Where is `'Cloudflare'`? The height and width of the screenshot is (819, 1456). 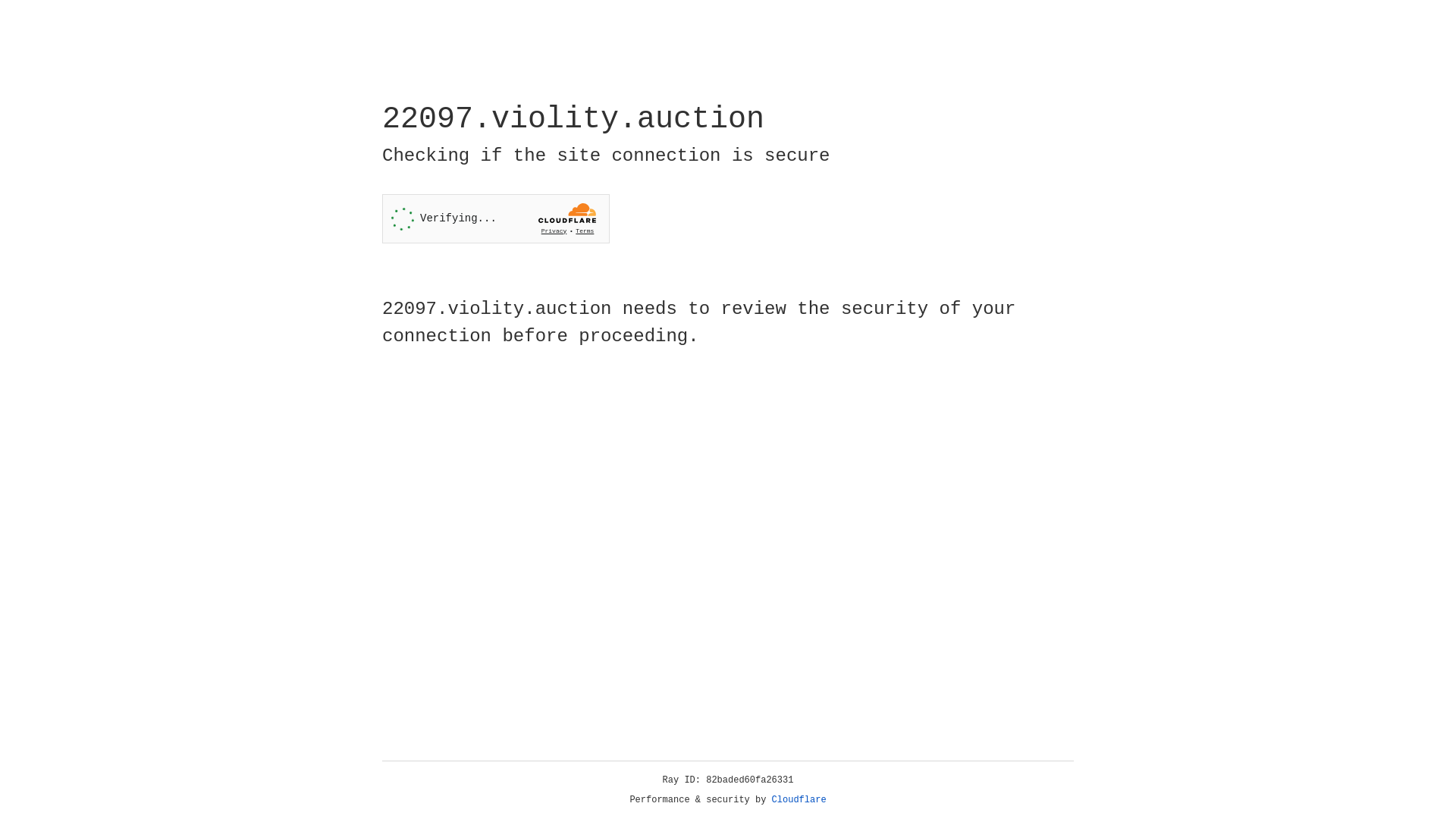 'Cloudflare' is located at coordinates (799, 799).